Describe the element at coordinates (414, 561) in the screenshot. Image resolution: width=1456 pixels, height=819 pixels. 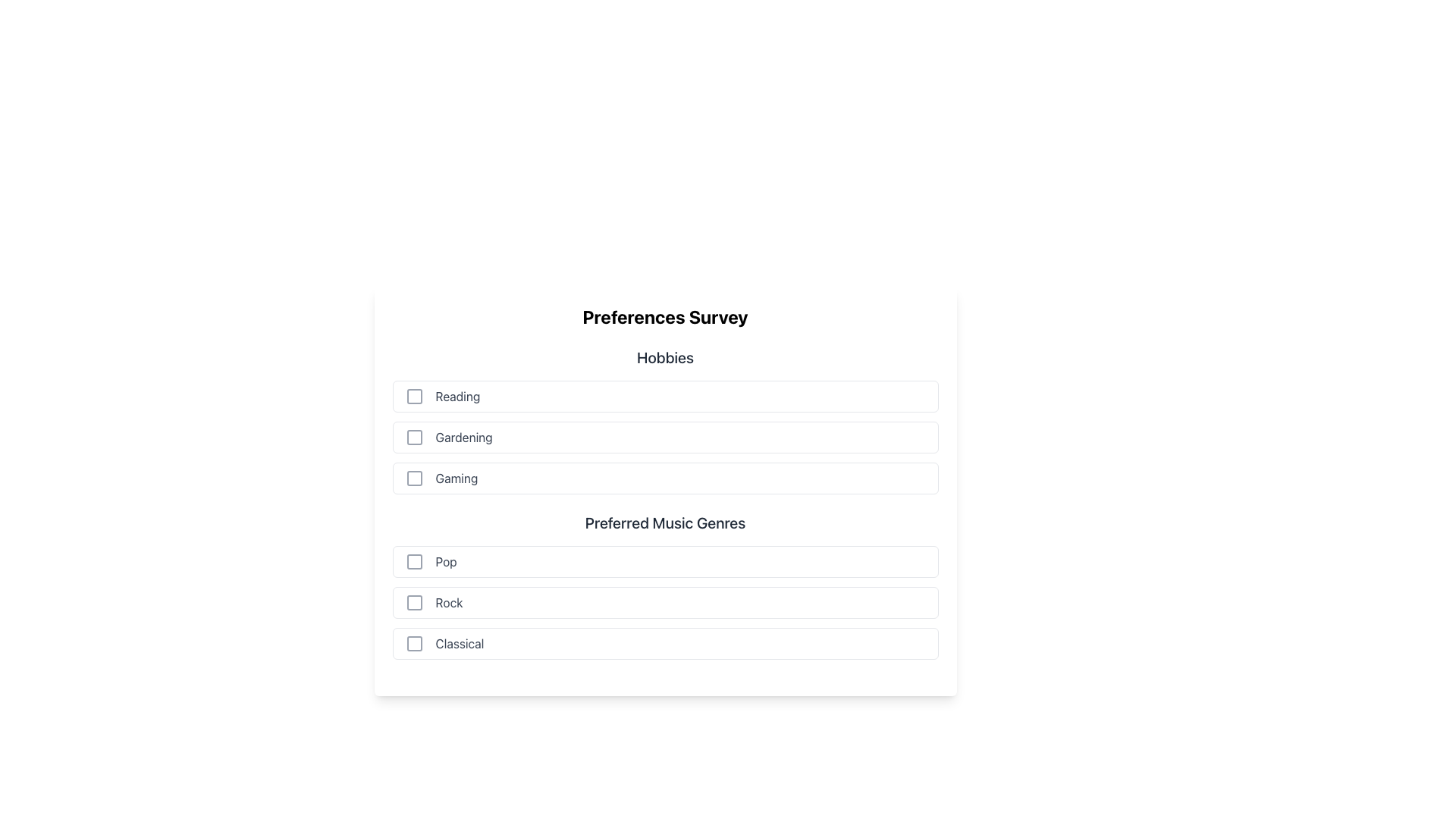
I see `the gray square icon with a minimalistic design located in the 'Preferred Music Genres' section, positioned to the left of the 'Pop' label` at that location.